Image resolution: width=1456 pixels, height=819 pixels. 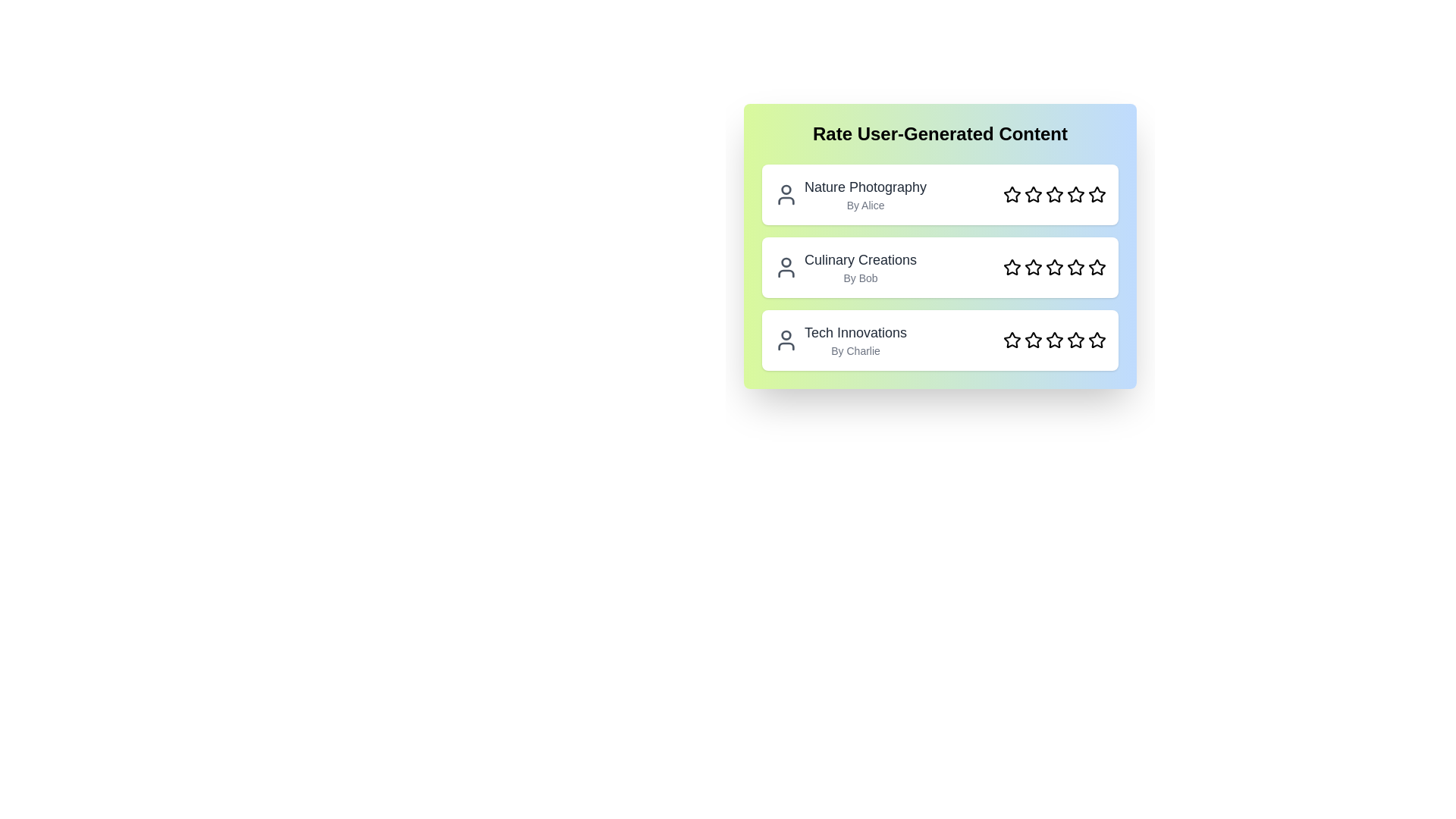 I want to click on the star corresponding to the rating 2 for the content Nature Photography, so click(x=1033, y=194).